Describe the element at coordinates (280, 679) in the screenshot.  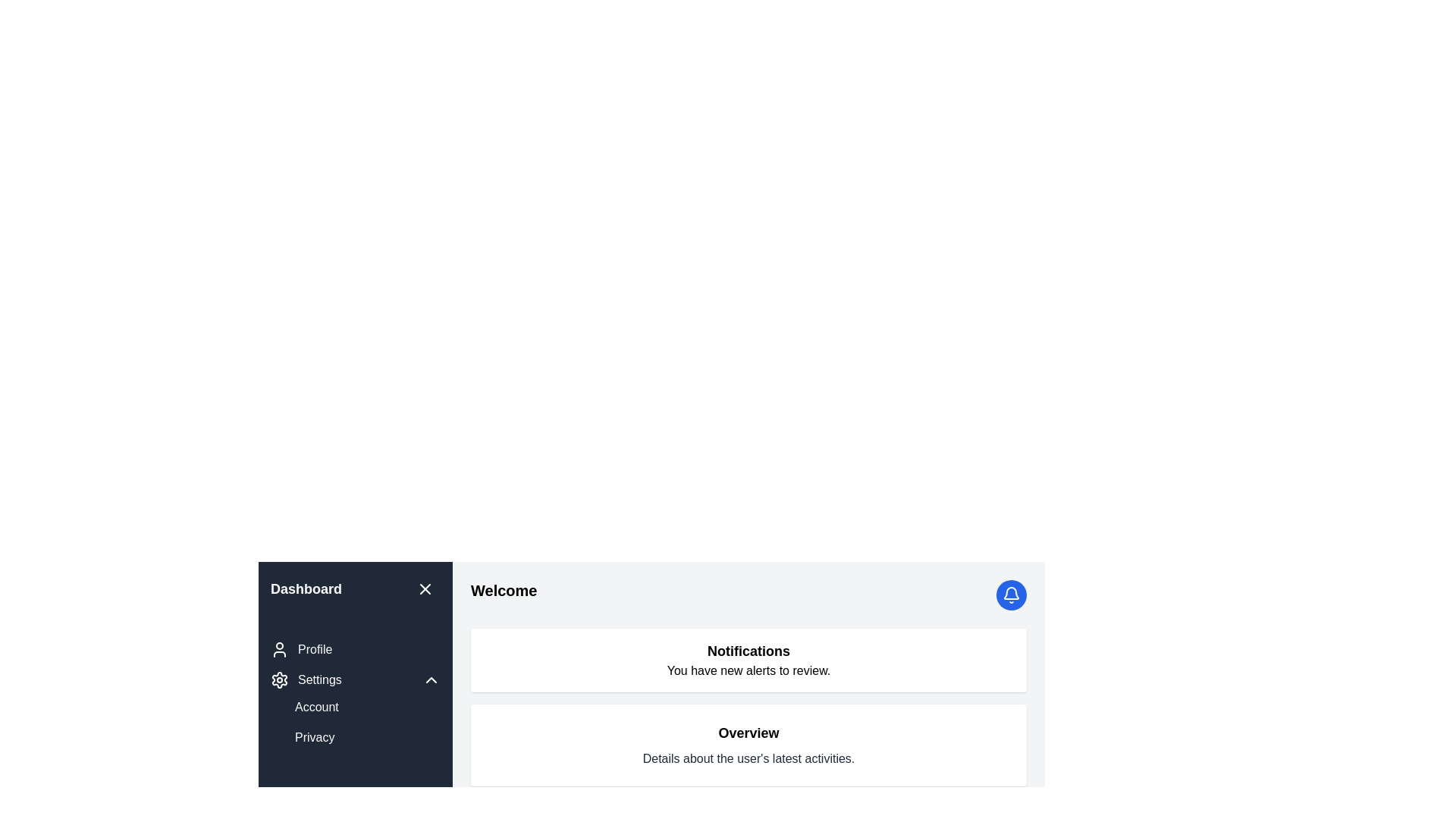
I see `the 'Settings' icon located in the left sidebar near the top, just before its textual label, to interact with the settings menu` at that location.